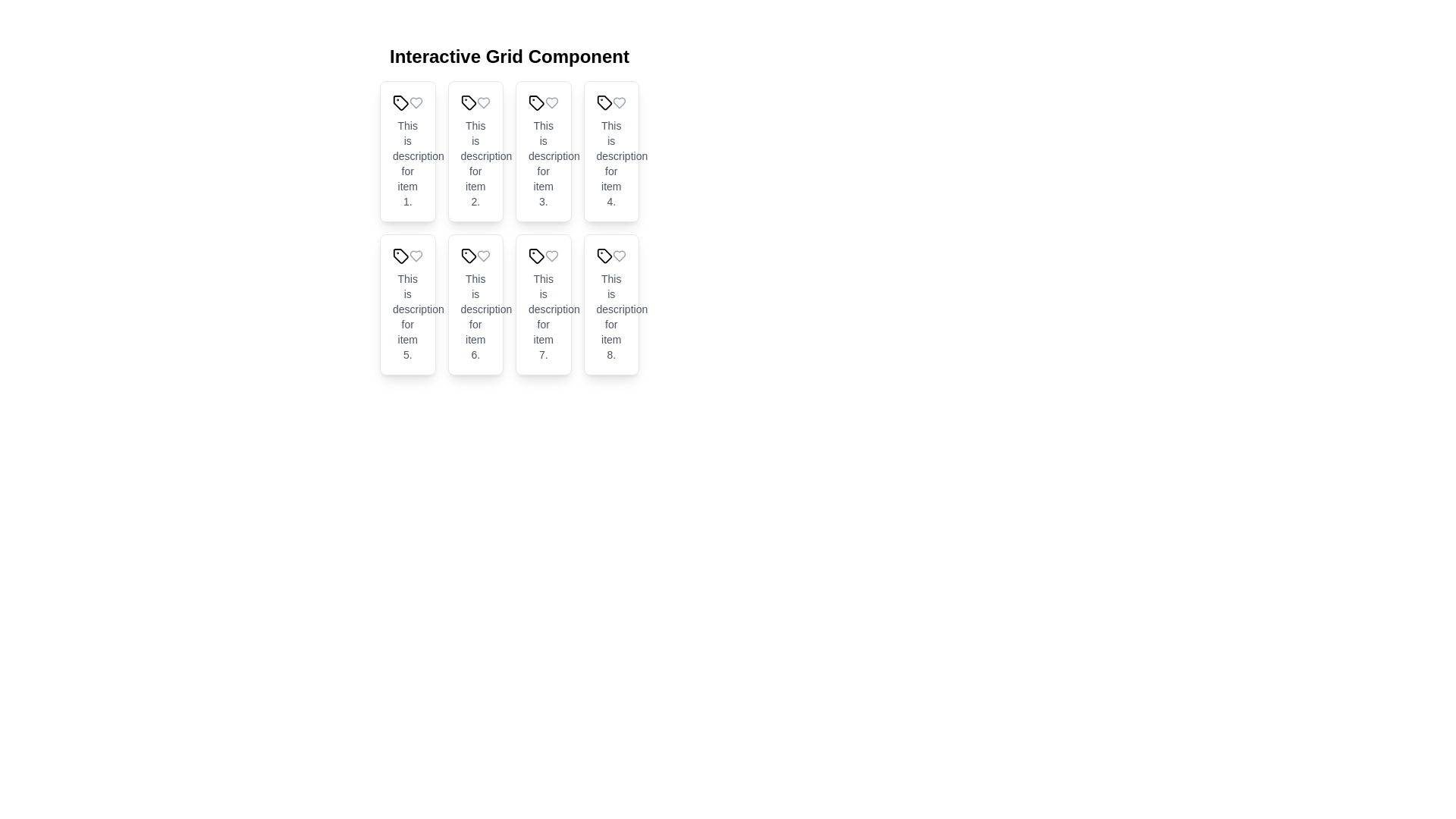 This screenshot has width=1456, height=819. Describe the element at coordinates (611, 152) in the screenshot. I see `the item entry card located as the fourth card in the first row of the grid layout` at that location.